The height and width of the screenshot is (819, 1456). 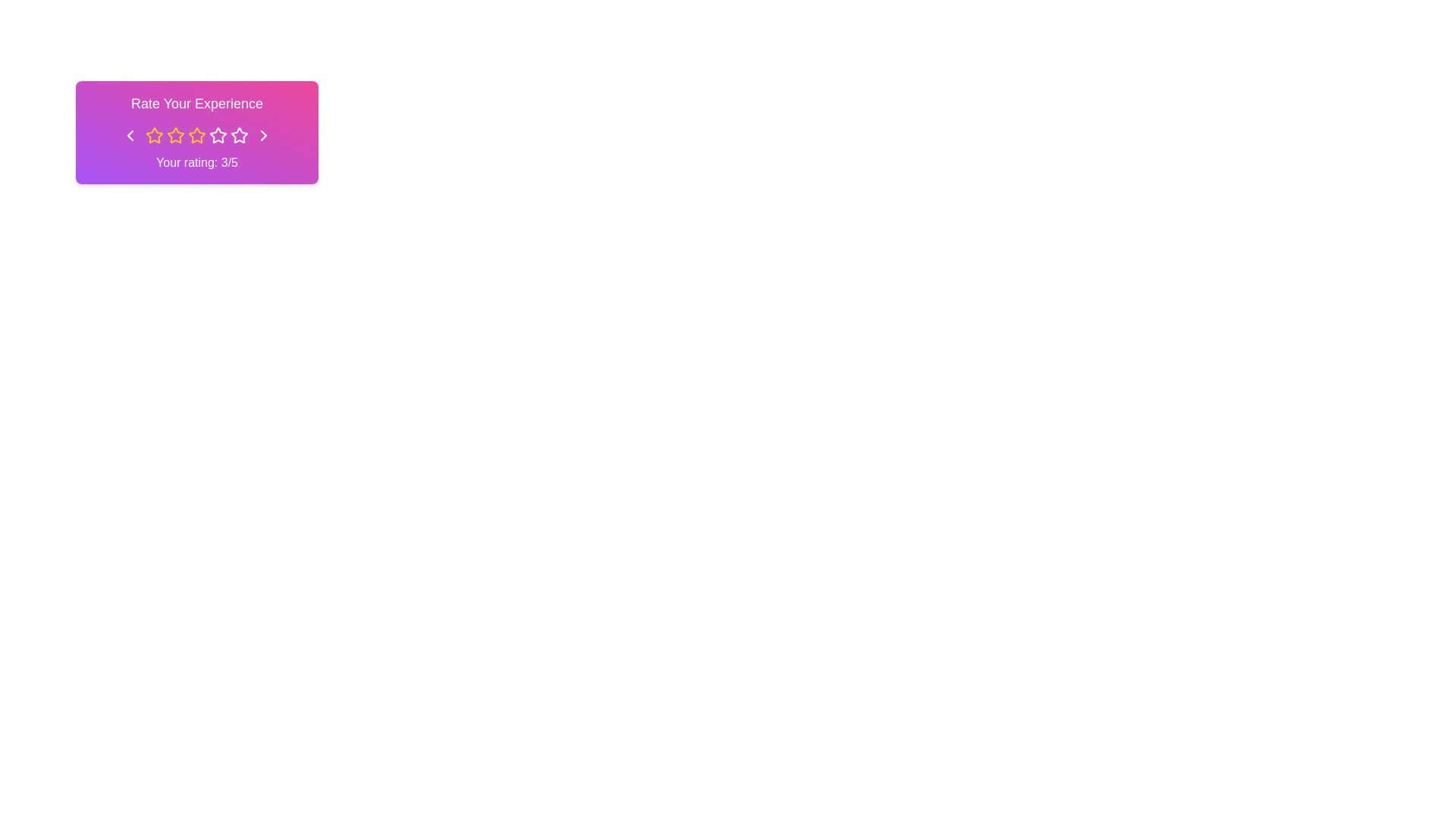 What do you see at coordinates (239, 134) in the screenshot?
I see `the fourth star-shaped icon with a pink outline` at bounding box center [239, 134].